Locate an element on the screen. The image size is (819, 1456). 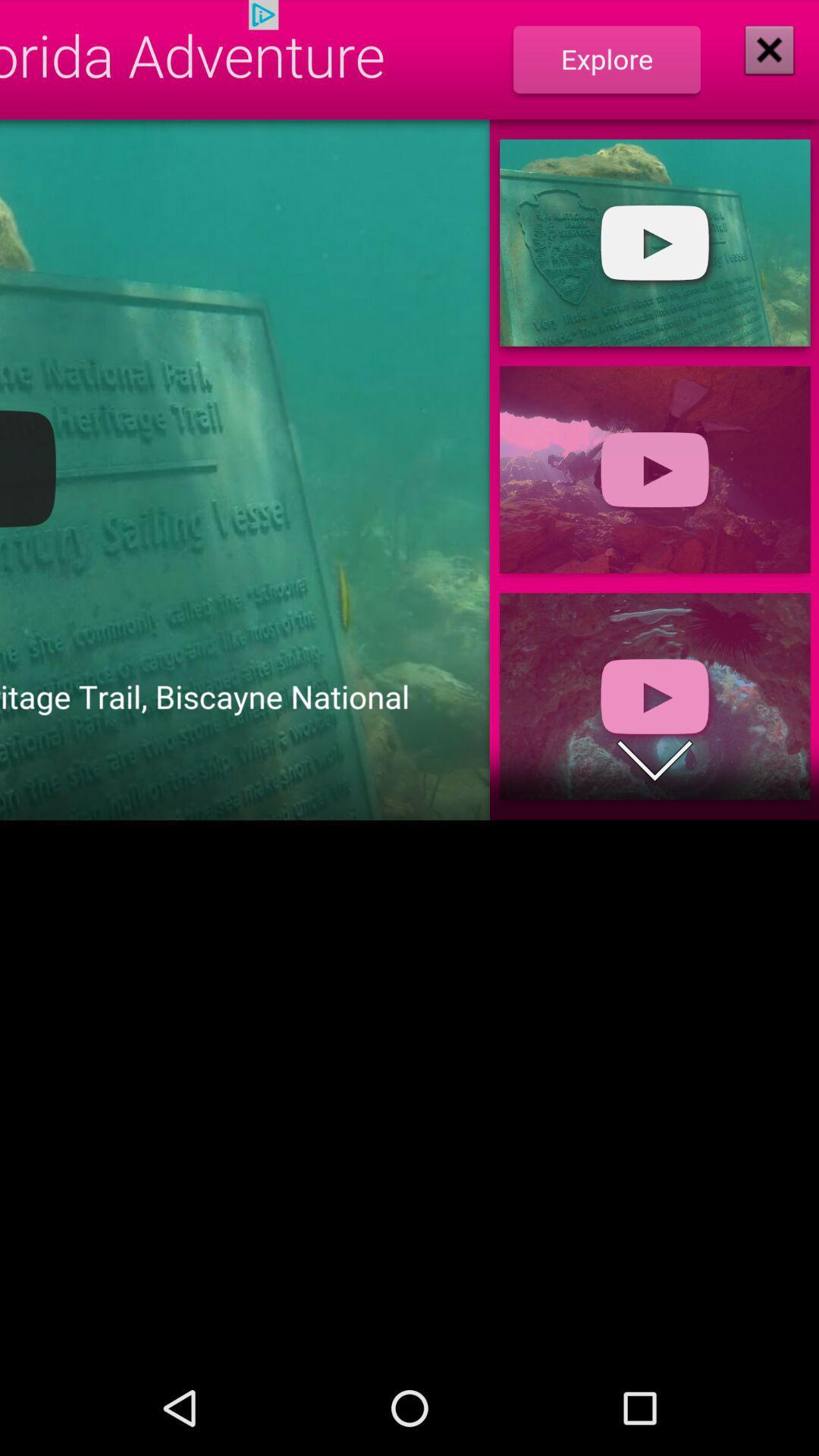
the close icon is located at coordinates (769, 53).